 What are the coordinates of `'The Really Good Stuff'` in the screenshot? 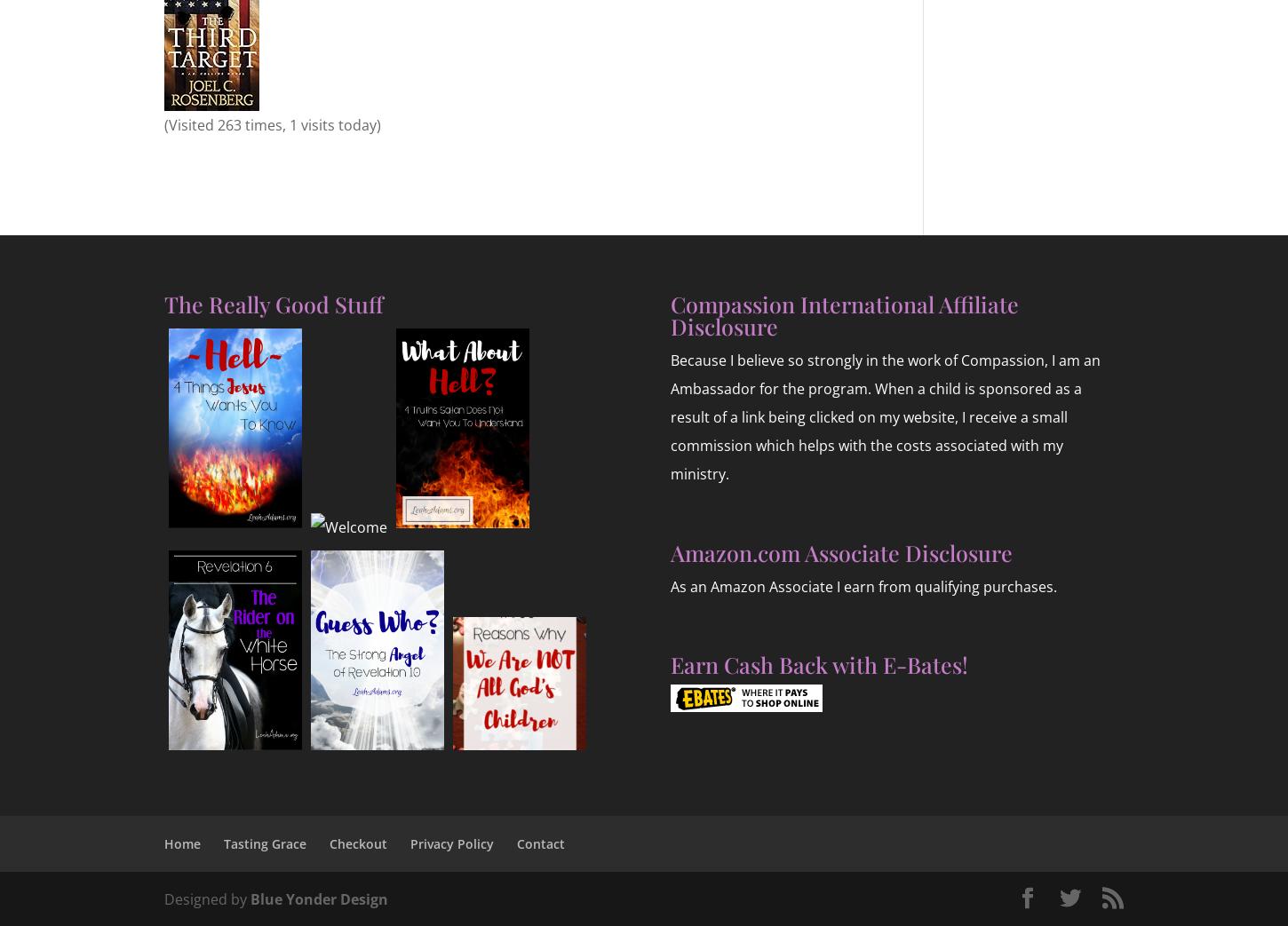 It's located at (274, 303).